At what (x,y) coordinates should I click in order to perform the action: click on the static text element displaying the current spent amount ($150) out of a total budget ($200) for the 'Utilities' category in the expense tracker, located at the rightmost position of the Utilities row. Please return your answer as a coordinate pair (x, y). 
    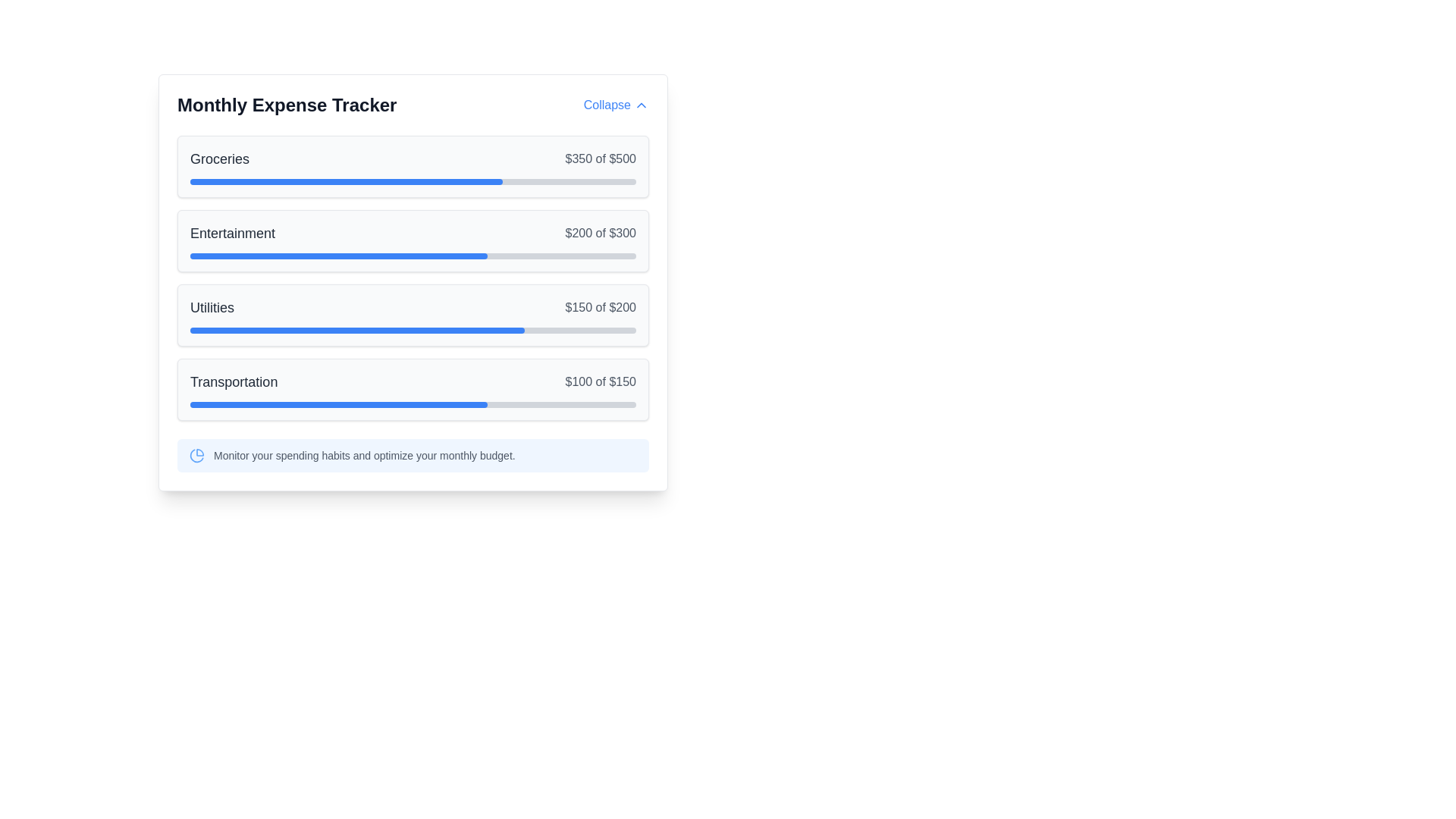
    Looking at the image, I should click on (600, 307).